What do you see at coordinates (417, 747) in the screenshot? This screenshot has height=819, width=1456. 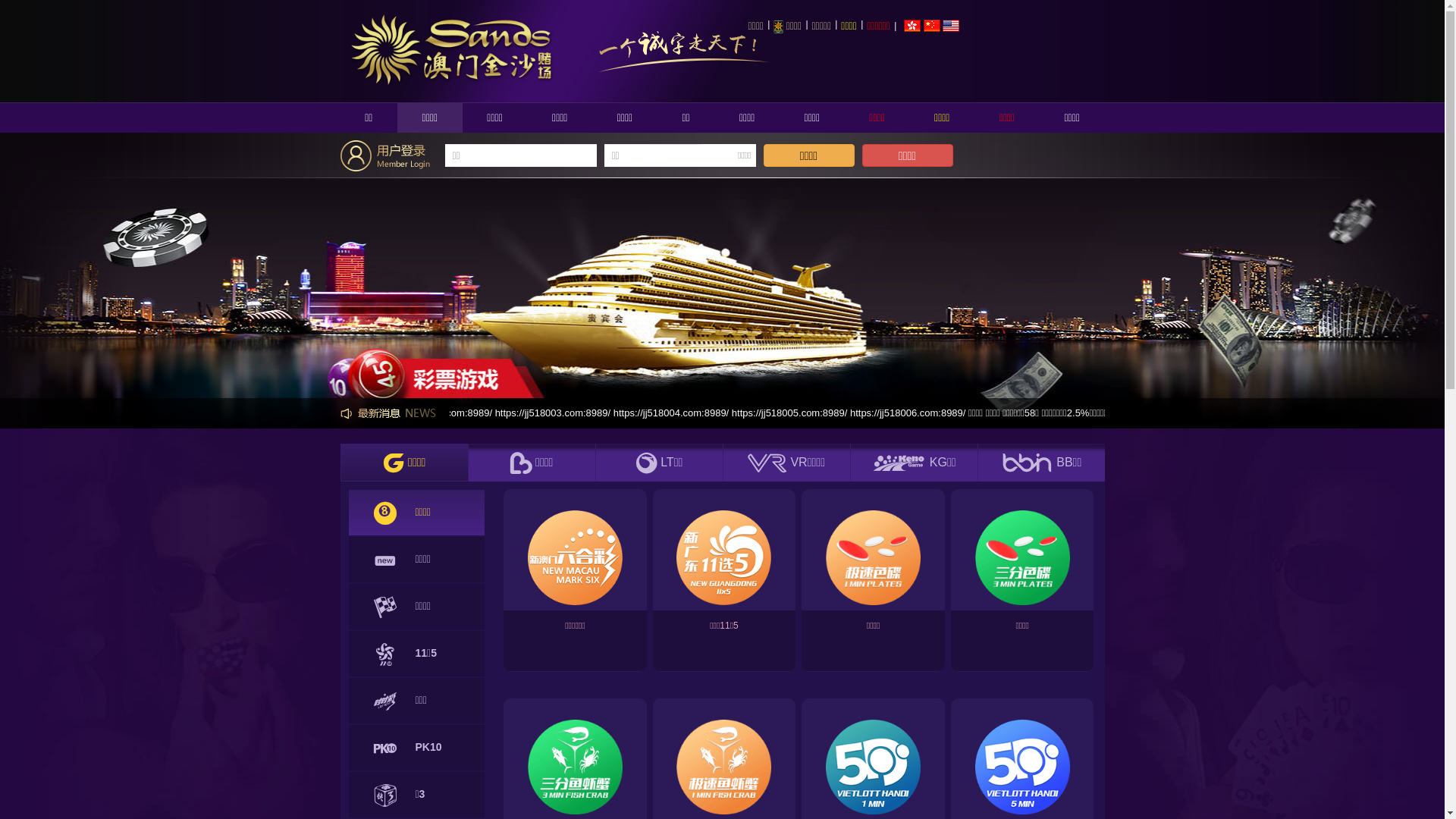 I see `'PK10'` at bounding box center [417, 747].